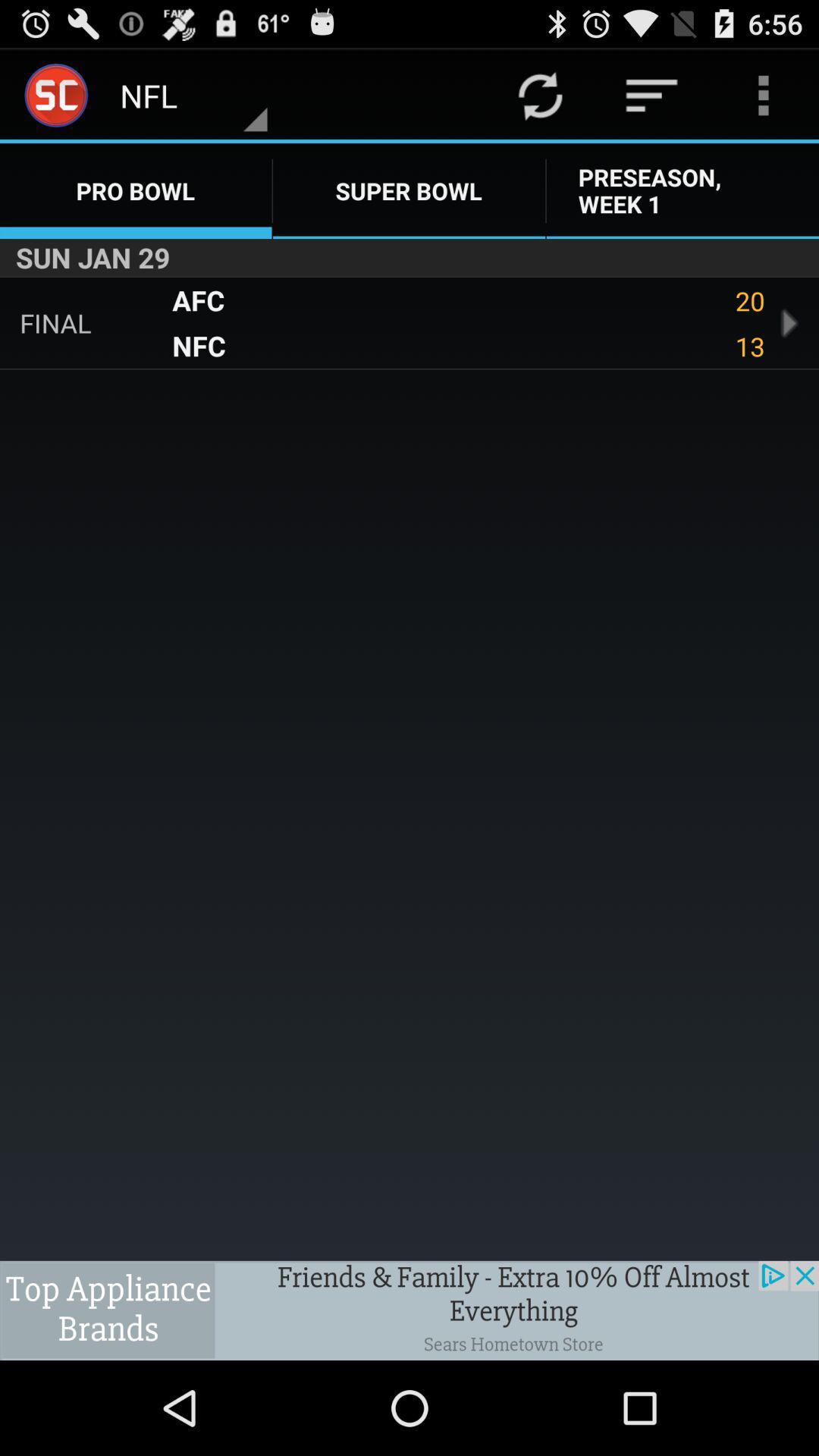 This screenshot has width=819, height=1456. Describe the element at coordinates (409, 1310) in the screenshot. I see `announcement` at that location.